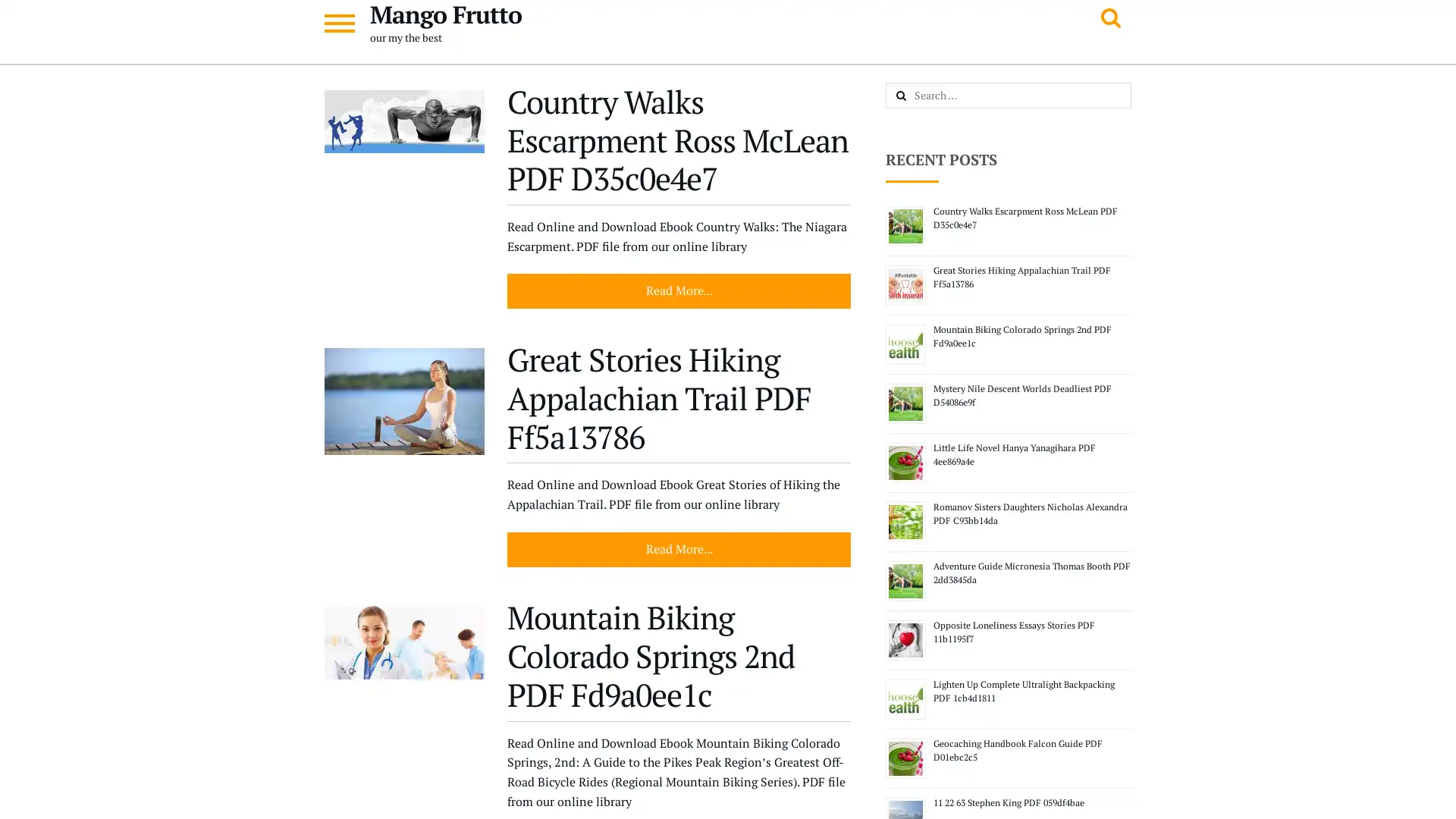 The height and width of the screenshot is (819, 1456). What do you see at coordinates (917, 96) in the screenshot?
I see `Search` at bounding box center [917, 96].